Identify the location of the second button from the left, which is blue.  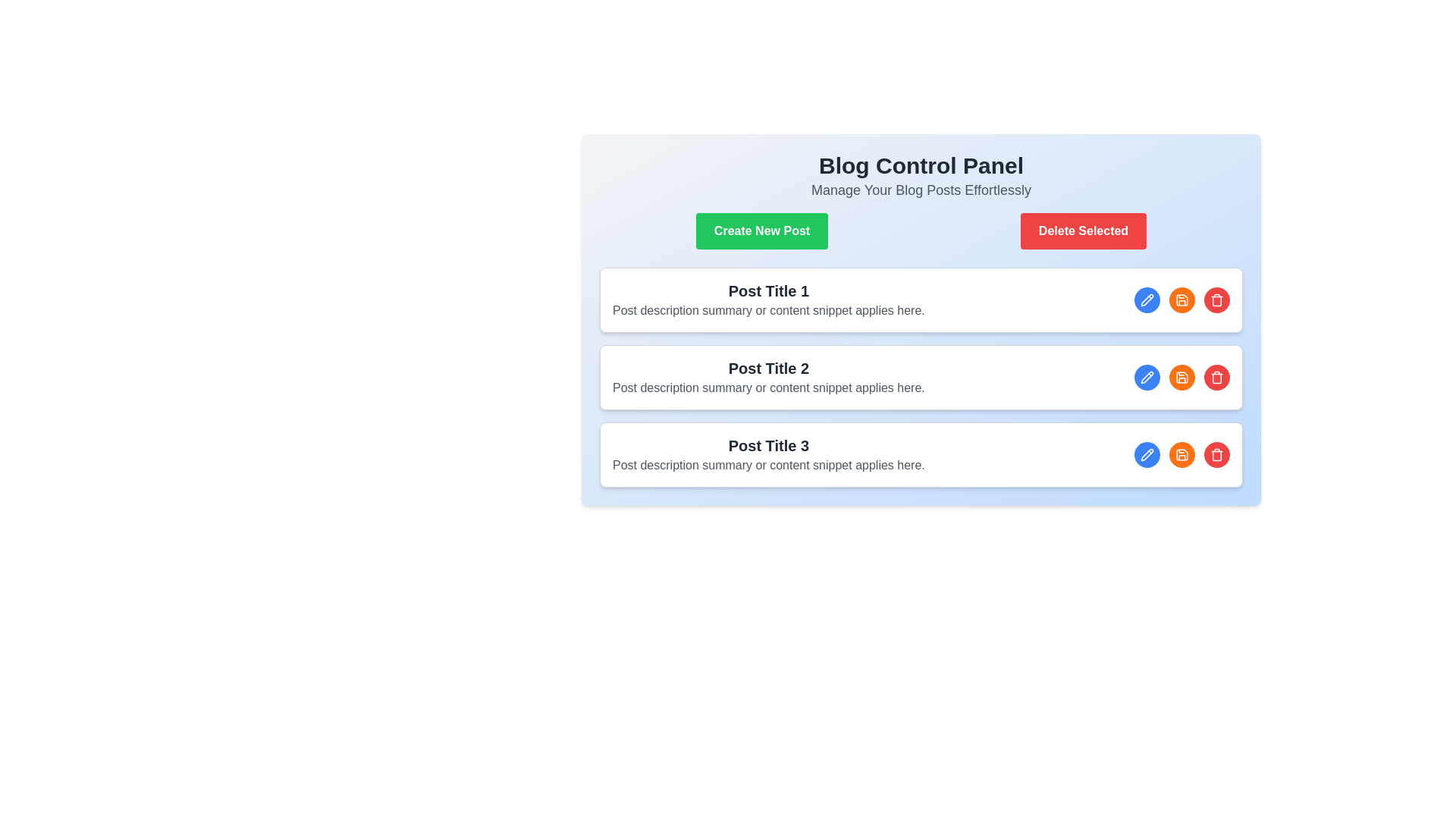
(1181, 300).